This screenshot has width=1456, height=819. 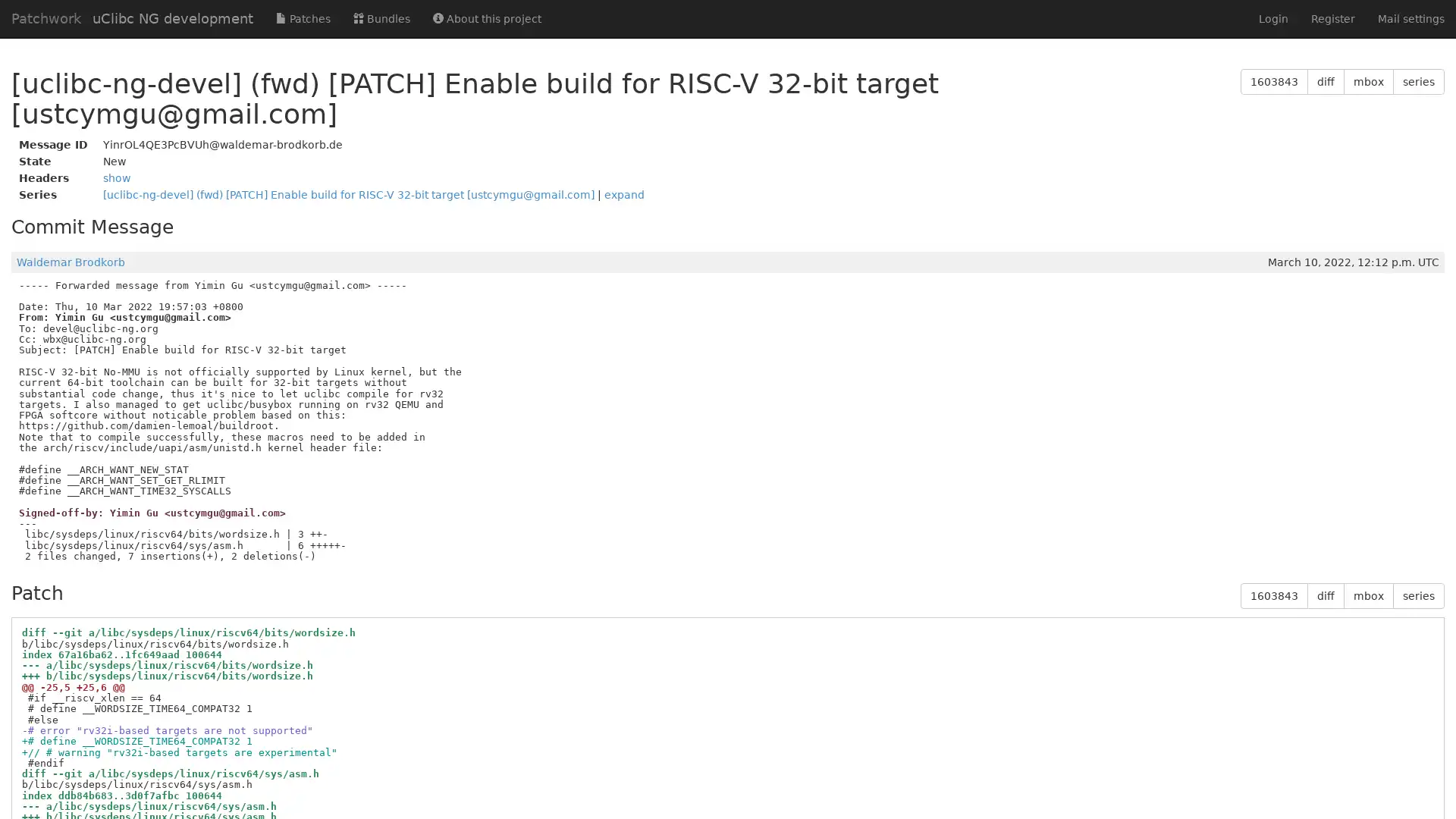 What do you see at coordinates (1418, 82) in the screenshot?
I see `series` at bounding box center [1418, 82].